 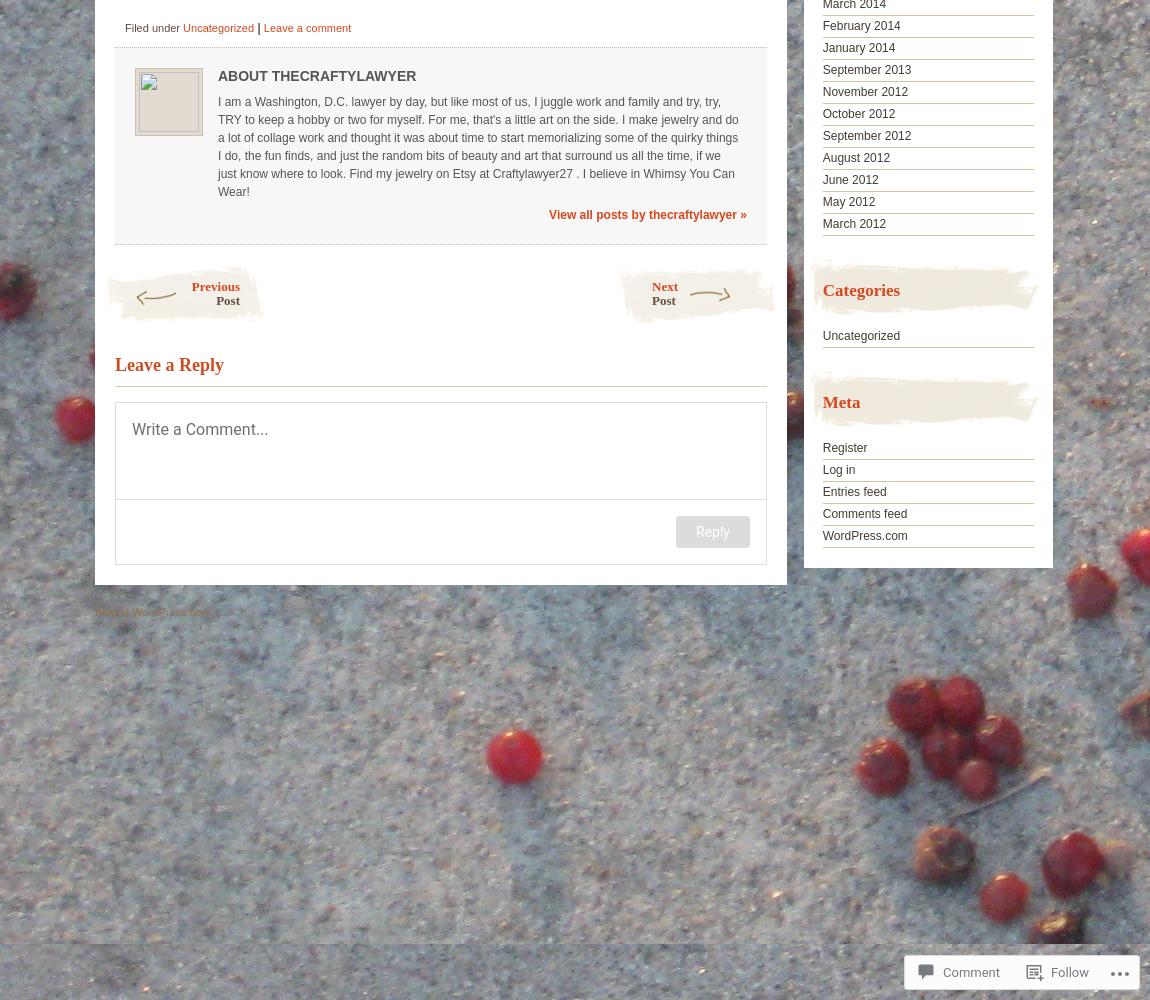 What do you see at coordinates (843, 447) in the screenshot?
I see `'Register'` at bounding box center [843, 447].